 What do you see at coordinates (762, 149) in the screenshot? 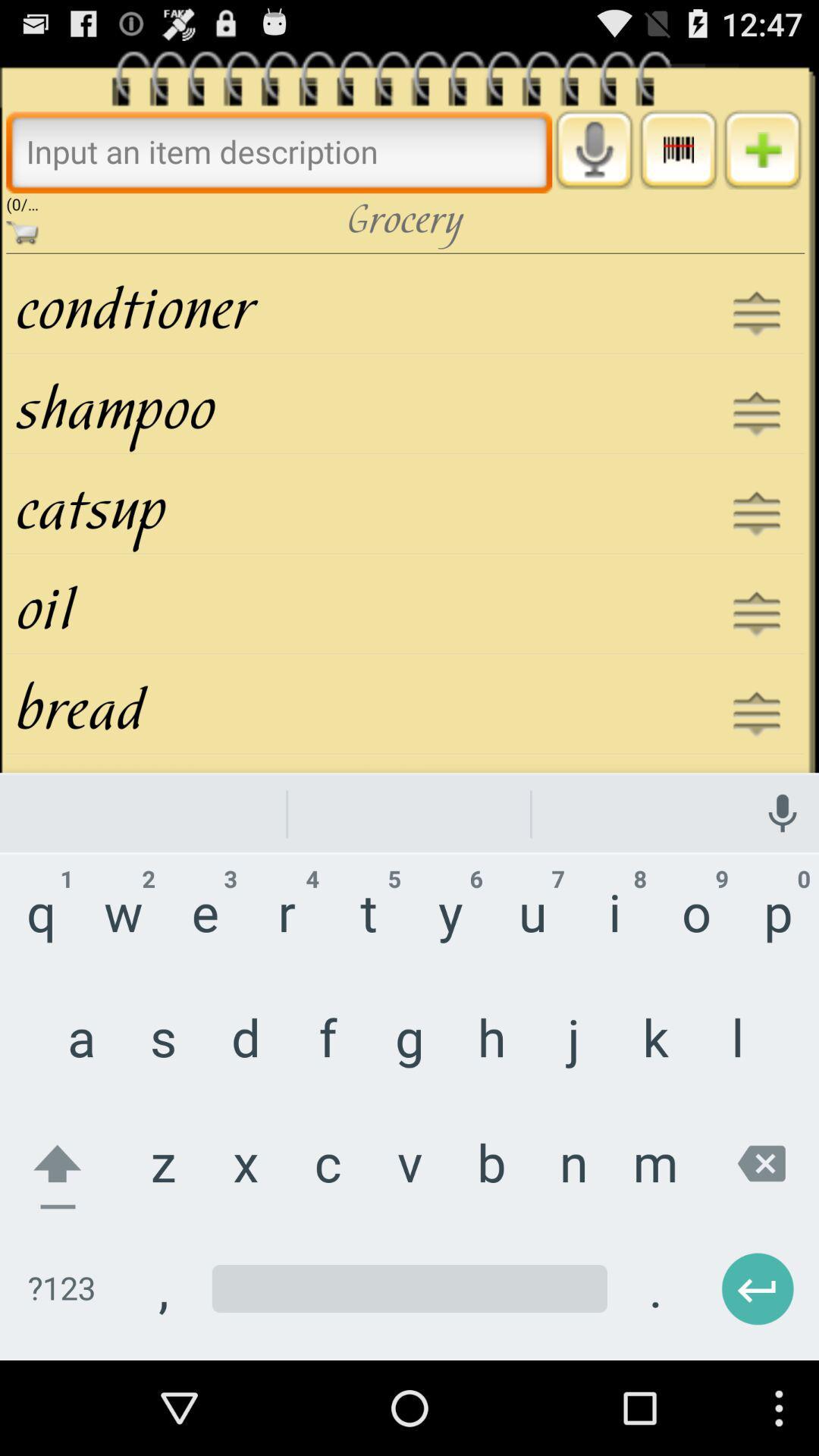
I see `item` at bounding box center [762, 149].